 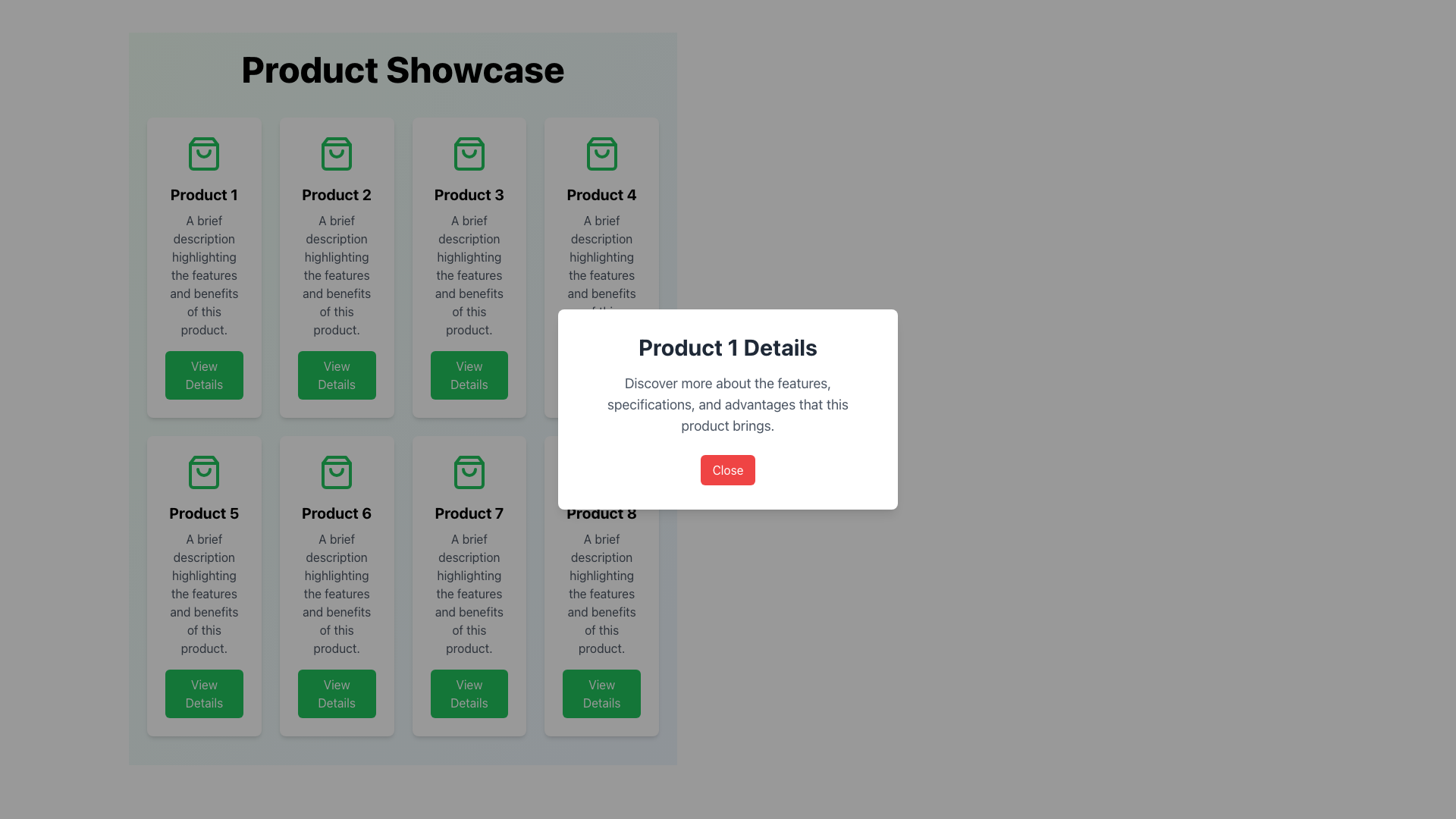 What do you see at coordinates (468, 693) in the screenshot?
I see `the green 'View Details' button at the bottom of the card for 'Product 7'` at bounding box center [468, 693].